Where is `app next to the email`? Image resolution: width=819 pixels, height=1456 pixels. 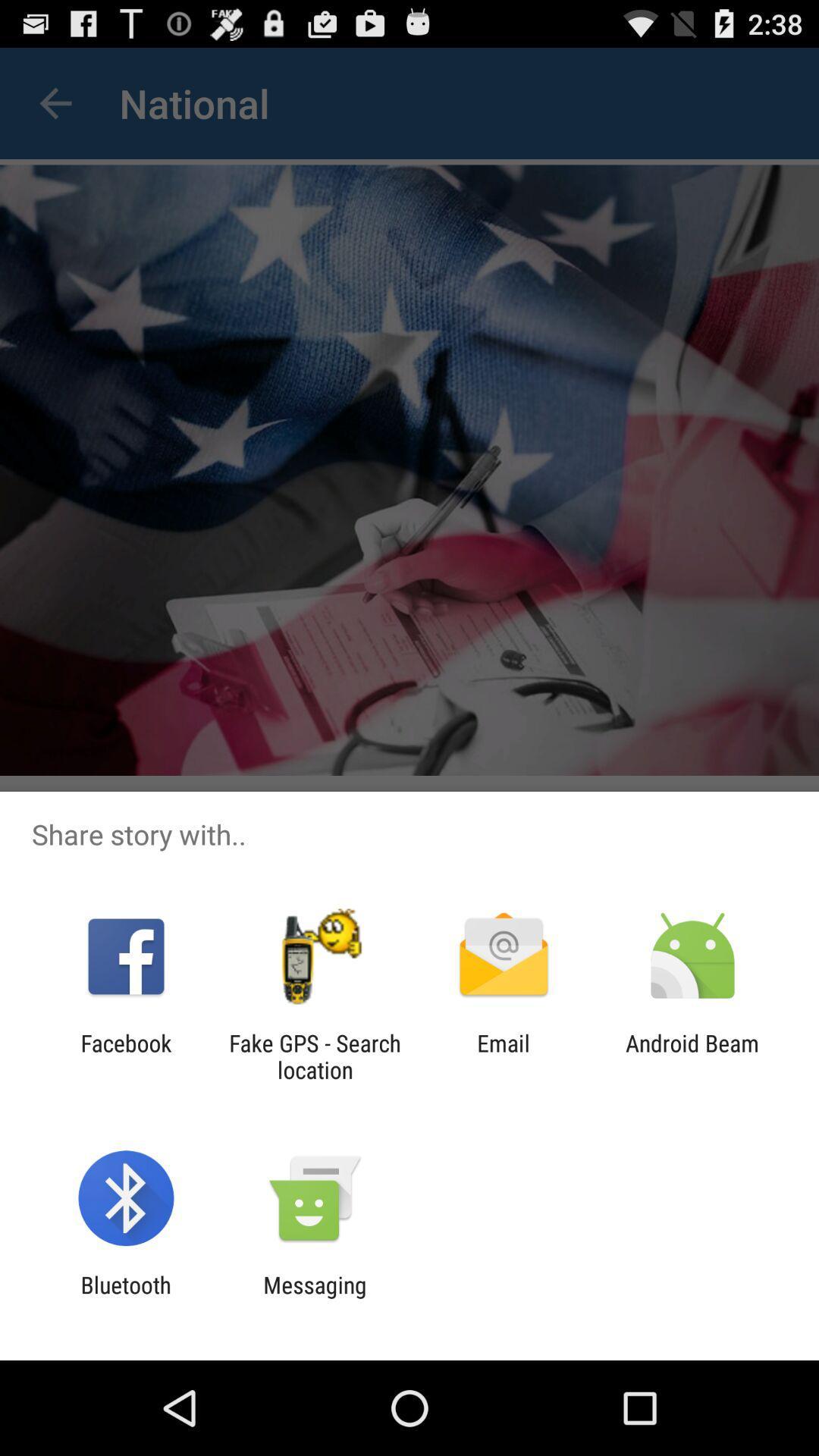 app next to the email is located at coordinates (692, 1056).